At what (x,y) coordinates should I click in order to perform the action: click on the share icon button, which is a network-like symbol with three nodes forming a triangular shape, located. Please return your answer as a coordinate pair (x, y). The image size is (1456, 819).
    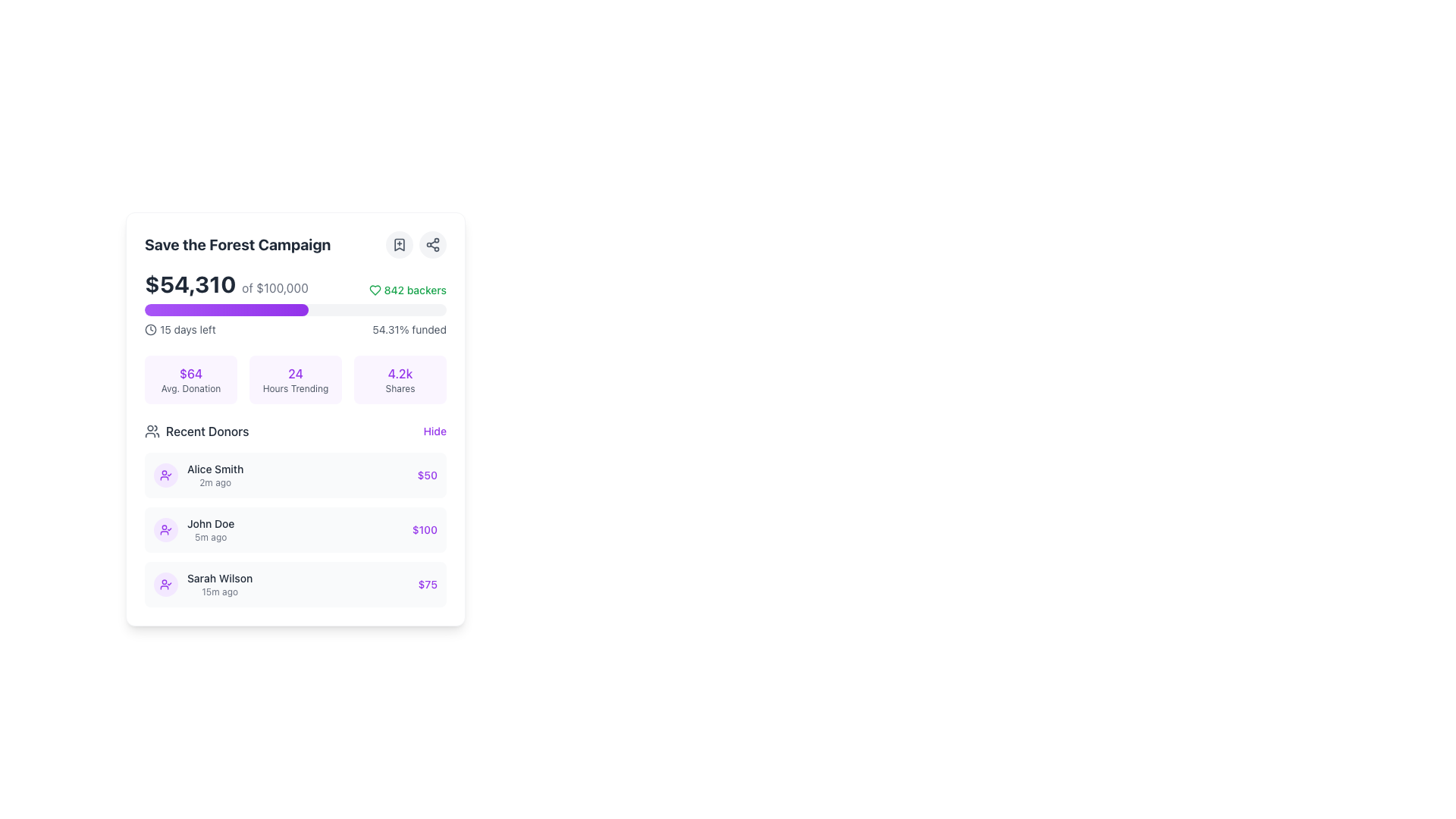
    Looking at the image, I should click on (432, 244).